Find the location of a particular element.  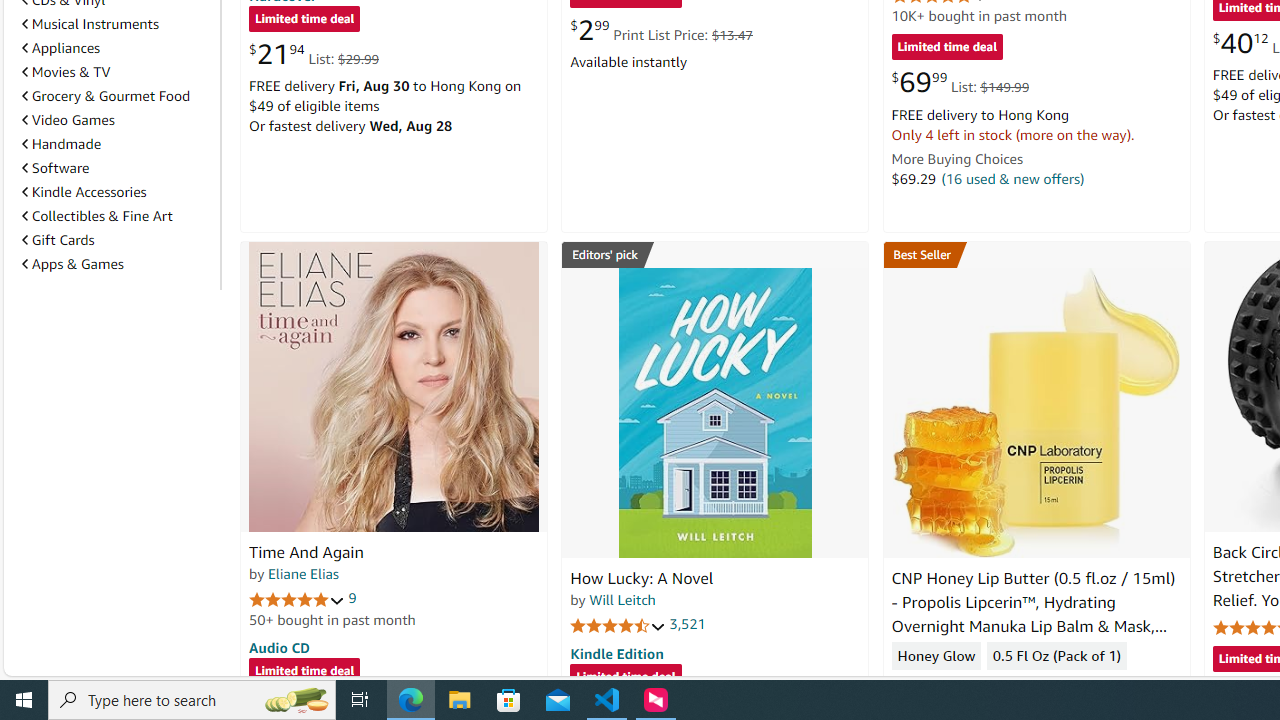

'Best Seller in Lip Butters' is located at coordinates (1036, 253).